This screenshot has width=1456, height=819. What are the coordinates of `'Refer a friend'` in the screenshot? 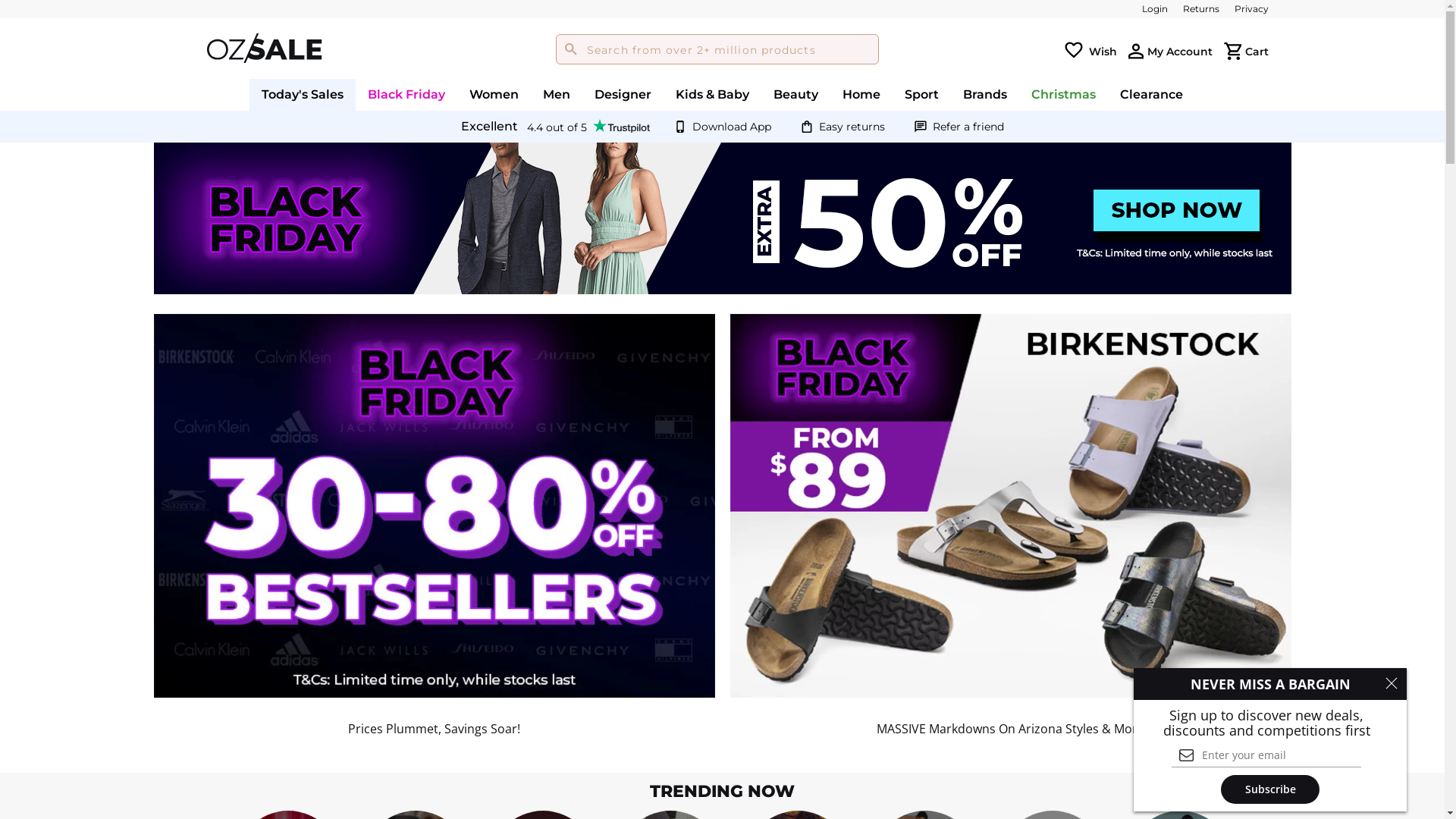 It's located at (967, 126).